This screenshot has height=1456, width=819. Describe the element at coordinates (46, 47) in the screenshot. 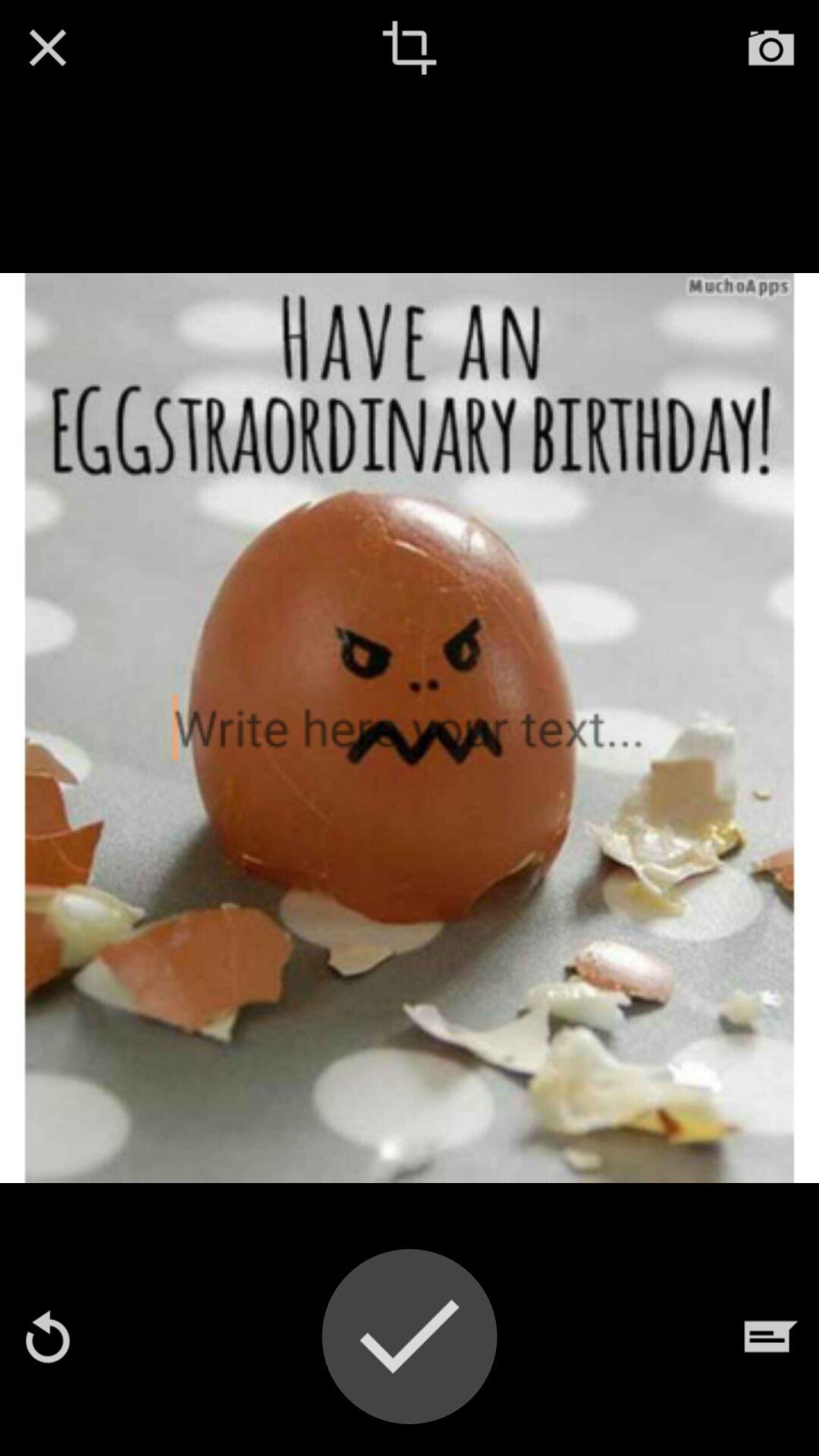

I see `option` at that location.